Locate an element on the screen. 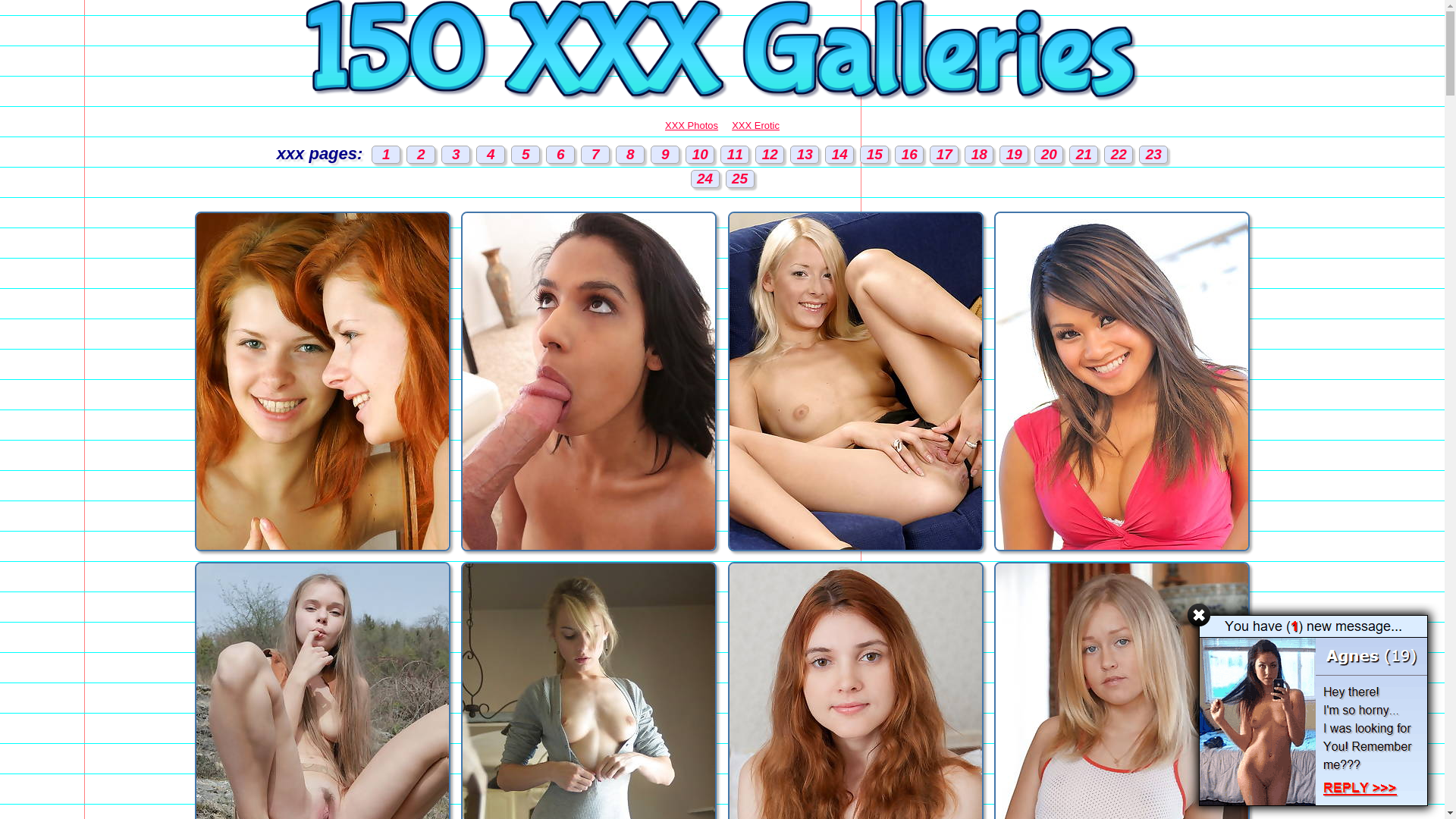 This screenshot has width=1456, height=819. '18' is located at coordinates (964, 155).